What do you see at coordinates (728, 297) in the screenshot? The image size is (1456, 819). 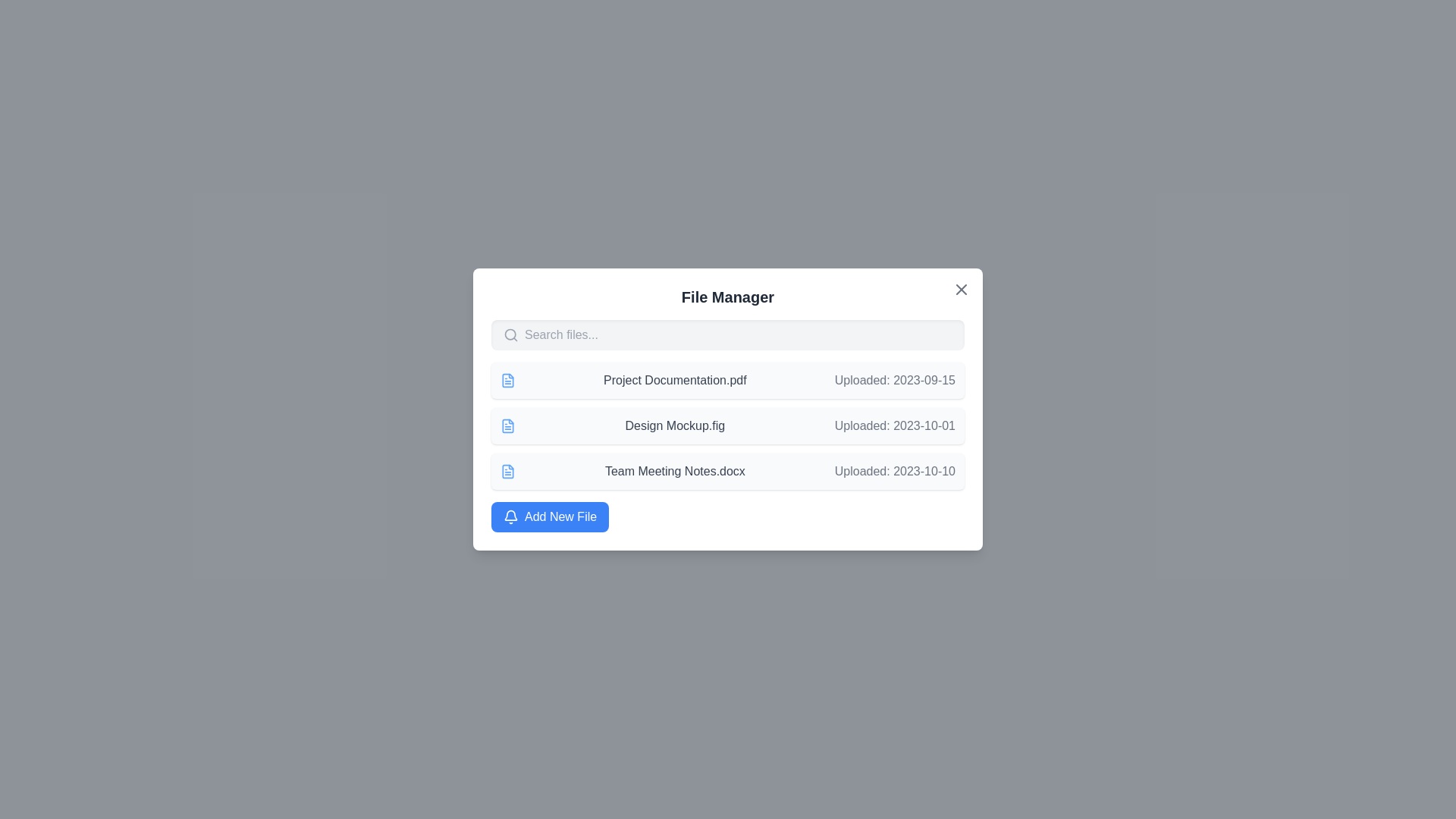 I see `the prominently styled 'File Manager' text header element, which is located at the top center of the modal interface, above the search bar and file list section` at bounding box center [728, 297].